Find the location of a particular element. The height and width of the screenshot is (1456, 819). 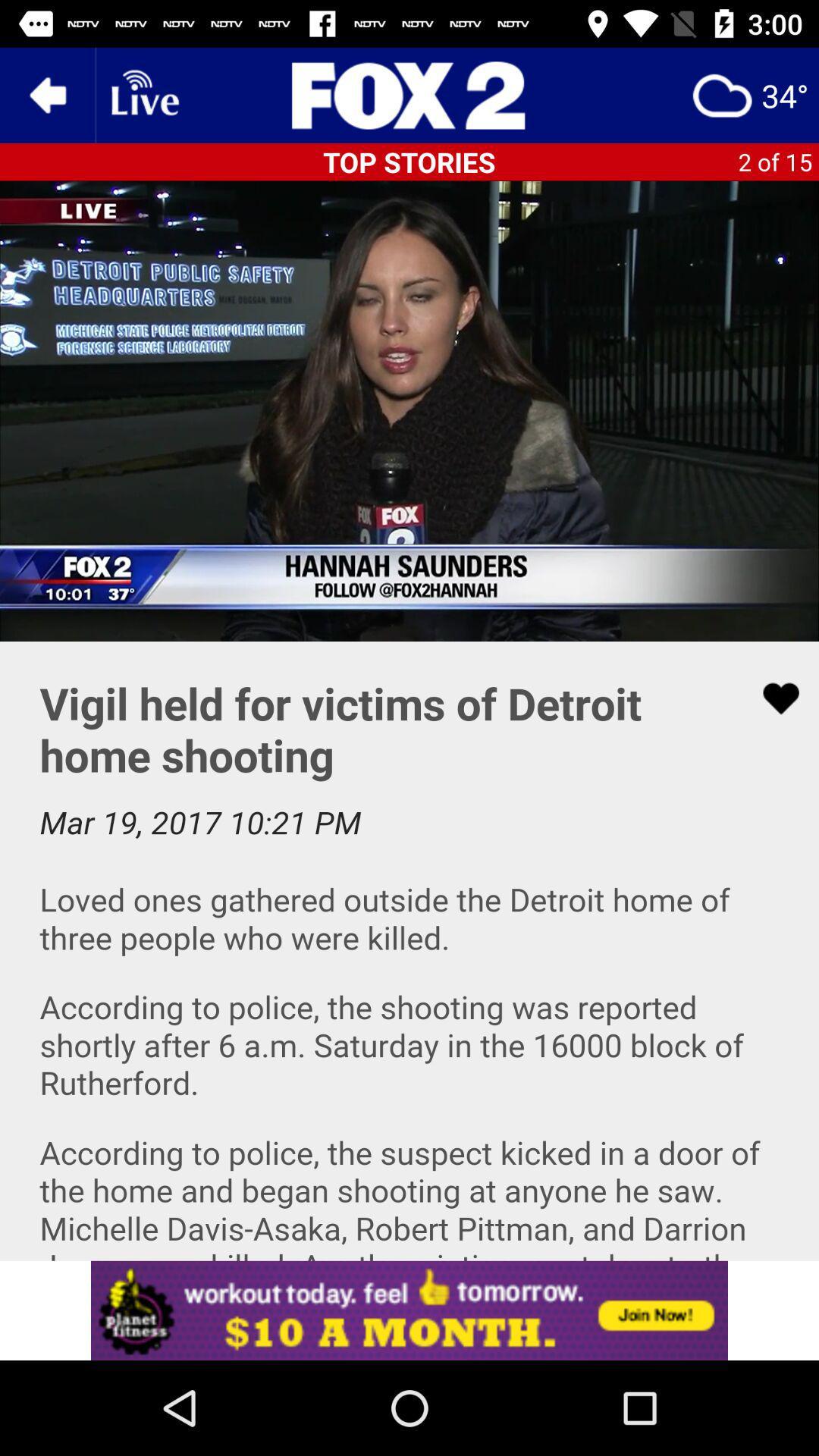

fox 2 icon is located at coordinates (409, 94).